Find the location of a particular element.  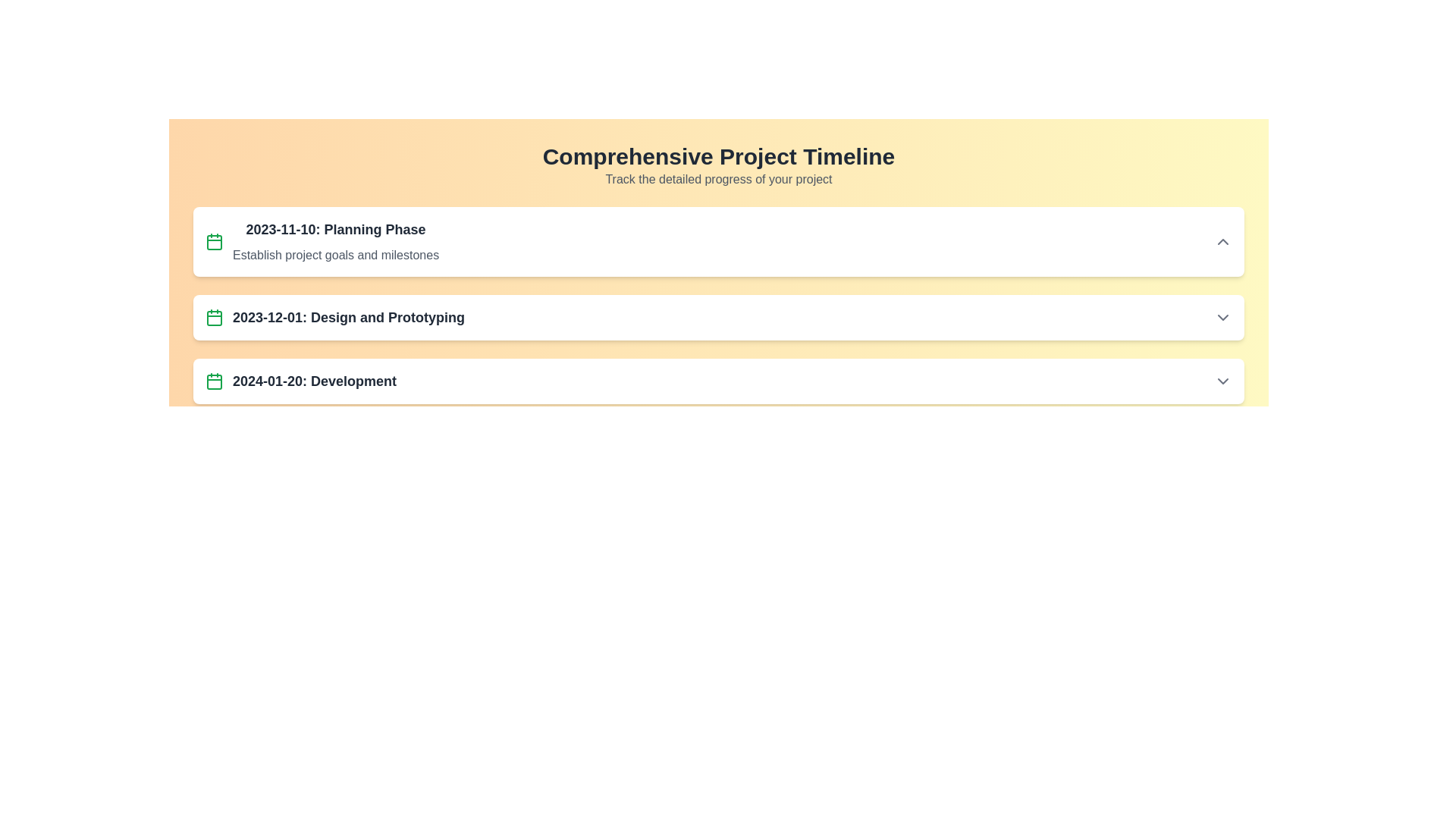

the calendar icon located to the left of the text '2023-11-10: Planning Phase' in the first item of the project milestones list is located at coordinates (214, 241).